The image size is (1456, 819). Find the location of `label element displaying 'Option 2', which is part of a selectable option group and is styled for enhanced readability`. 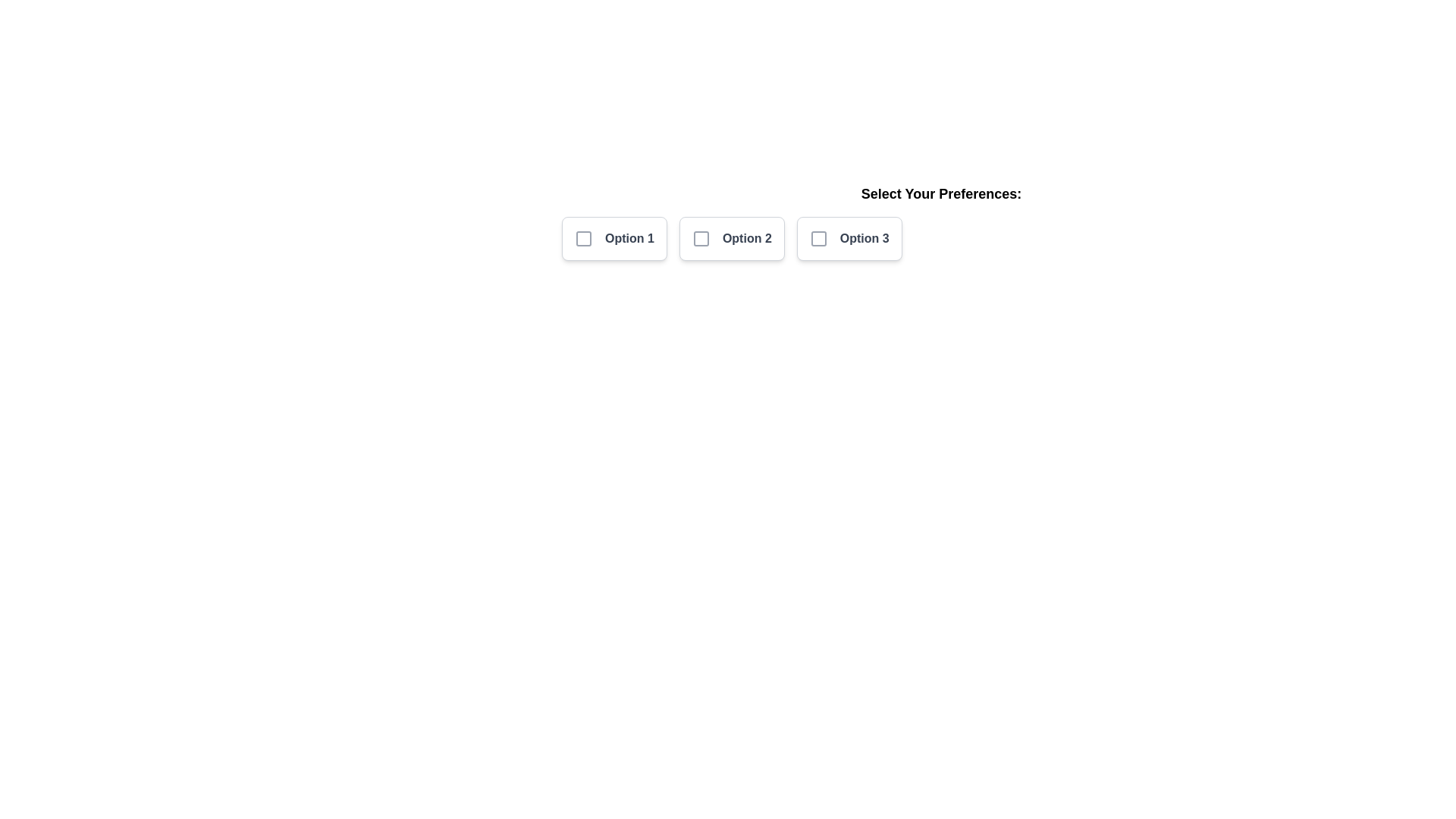

label element displaying 'Option 2', which is part of a selectable option group and is styled for enhanced readability is located at coordinates (747, 239).